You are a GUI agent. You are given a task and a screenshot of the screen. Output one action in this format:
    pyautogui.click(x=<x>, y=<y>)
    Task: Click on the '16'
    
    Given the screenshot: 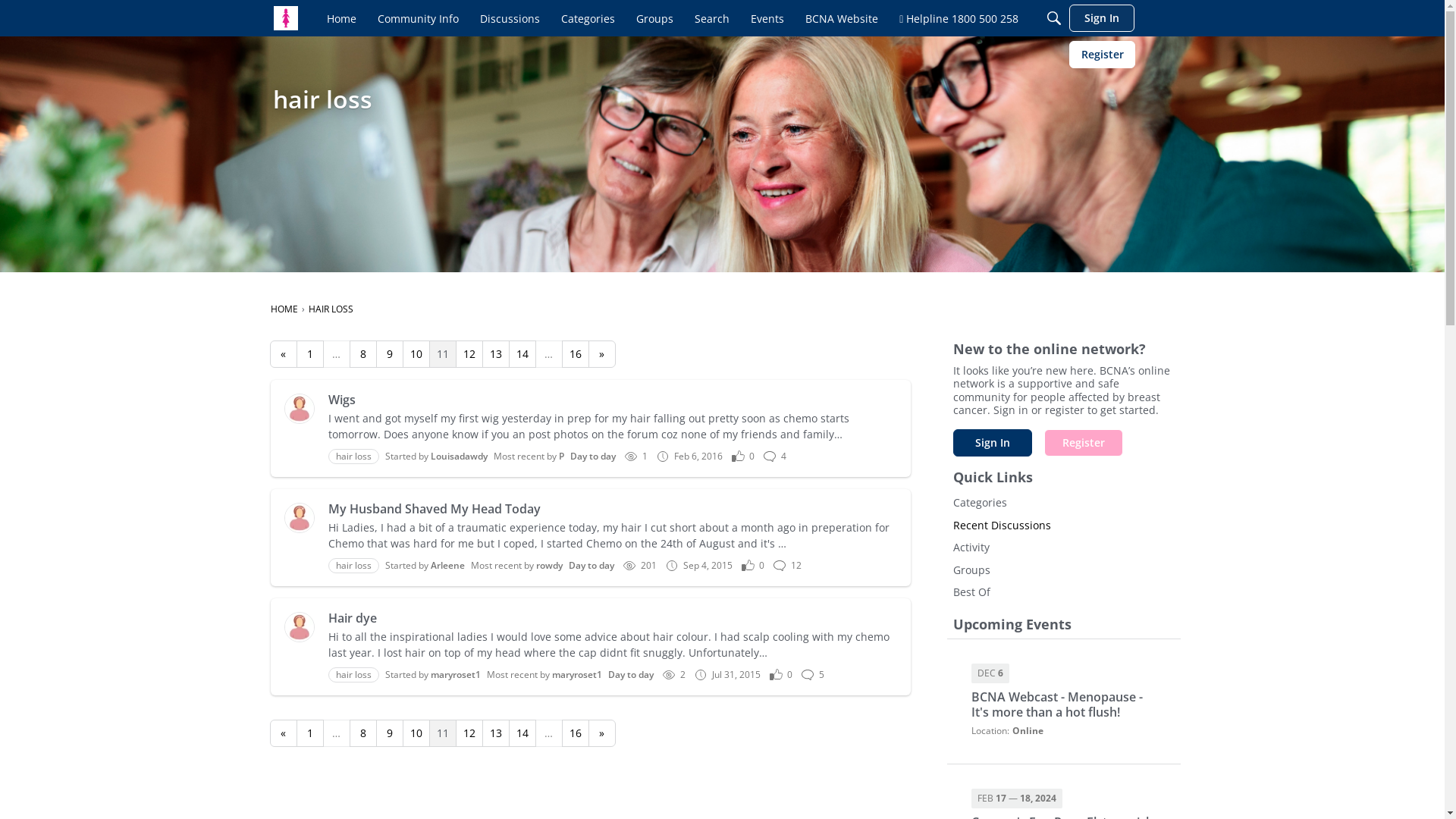 What is the action you would take?
    pyautogui.click(x=560, y=353)
    